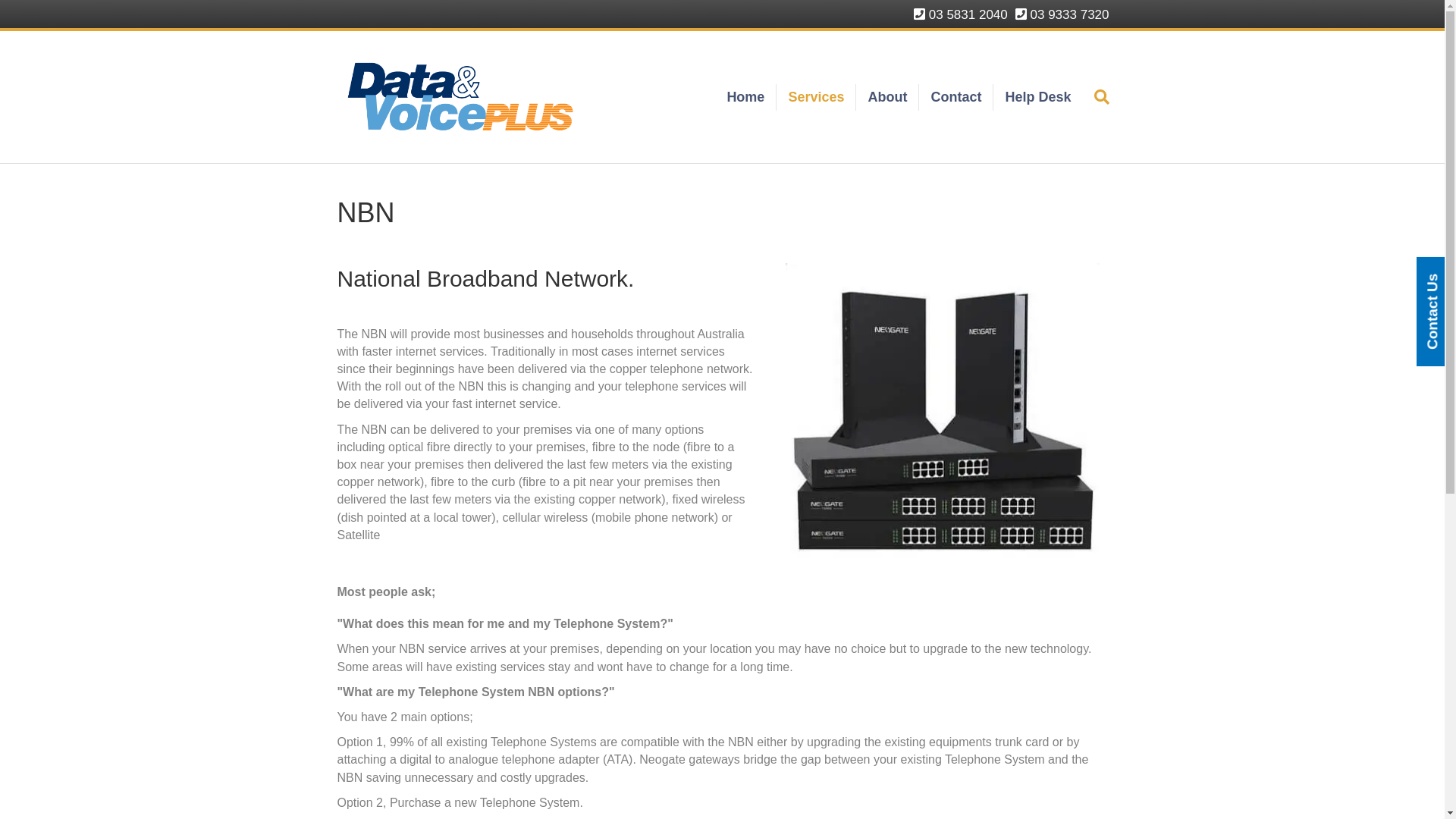 The height and width of the screenshot is (819, 1456). I want to click on 'About', so click(887, 97).